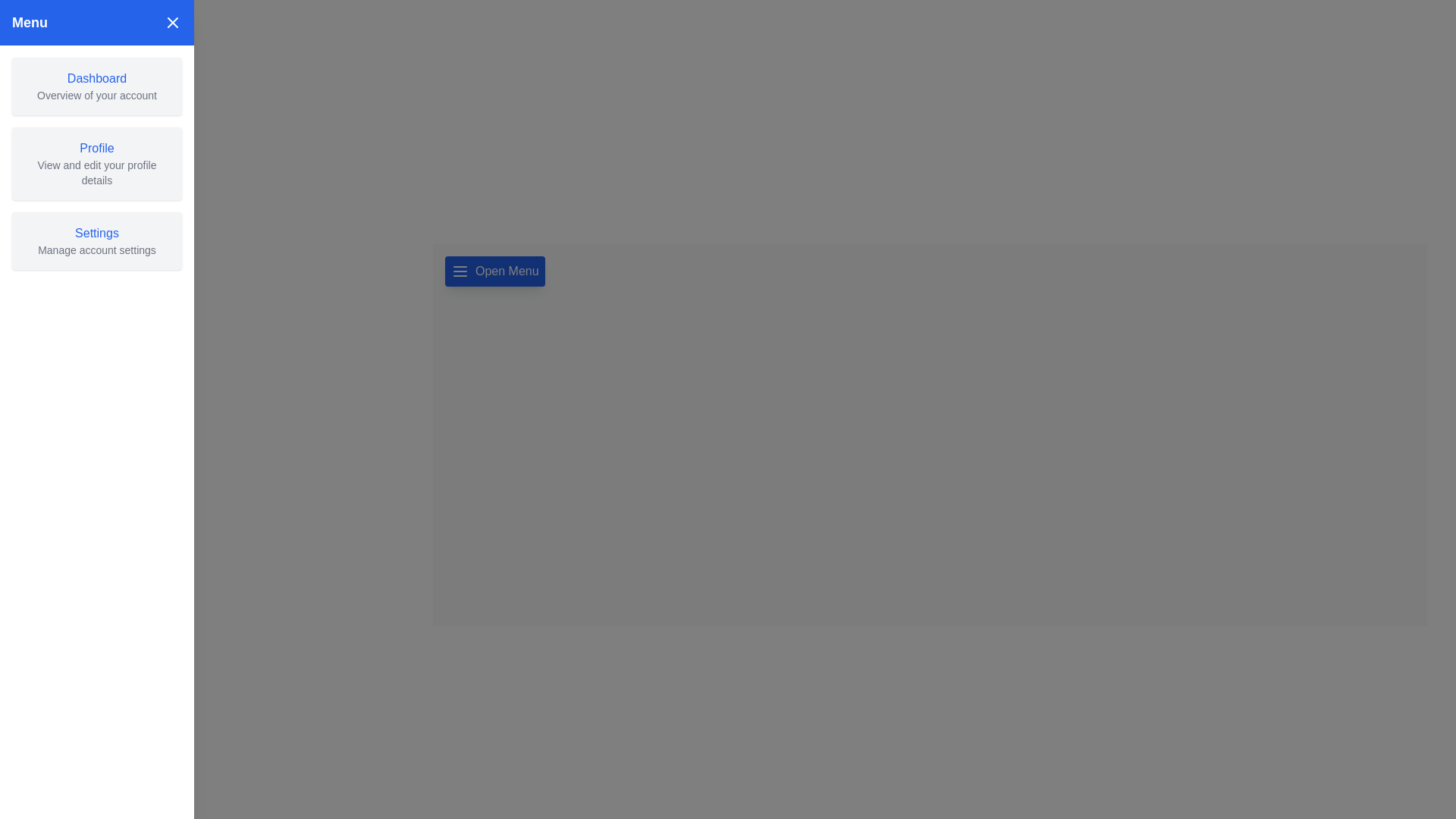 This screenshot has height=819, width=1456. Describe the element at coordinates (96, 249) in the screenshot. I see `the static text label that reads 'Manage account settings', which is styled in gray and positioned below the 'Settings' label in the menu list` at that location.